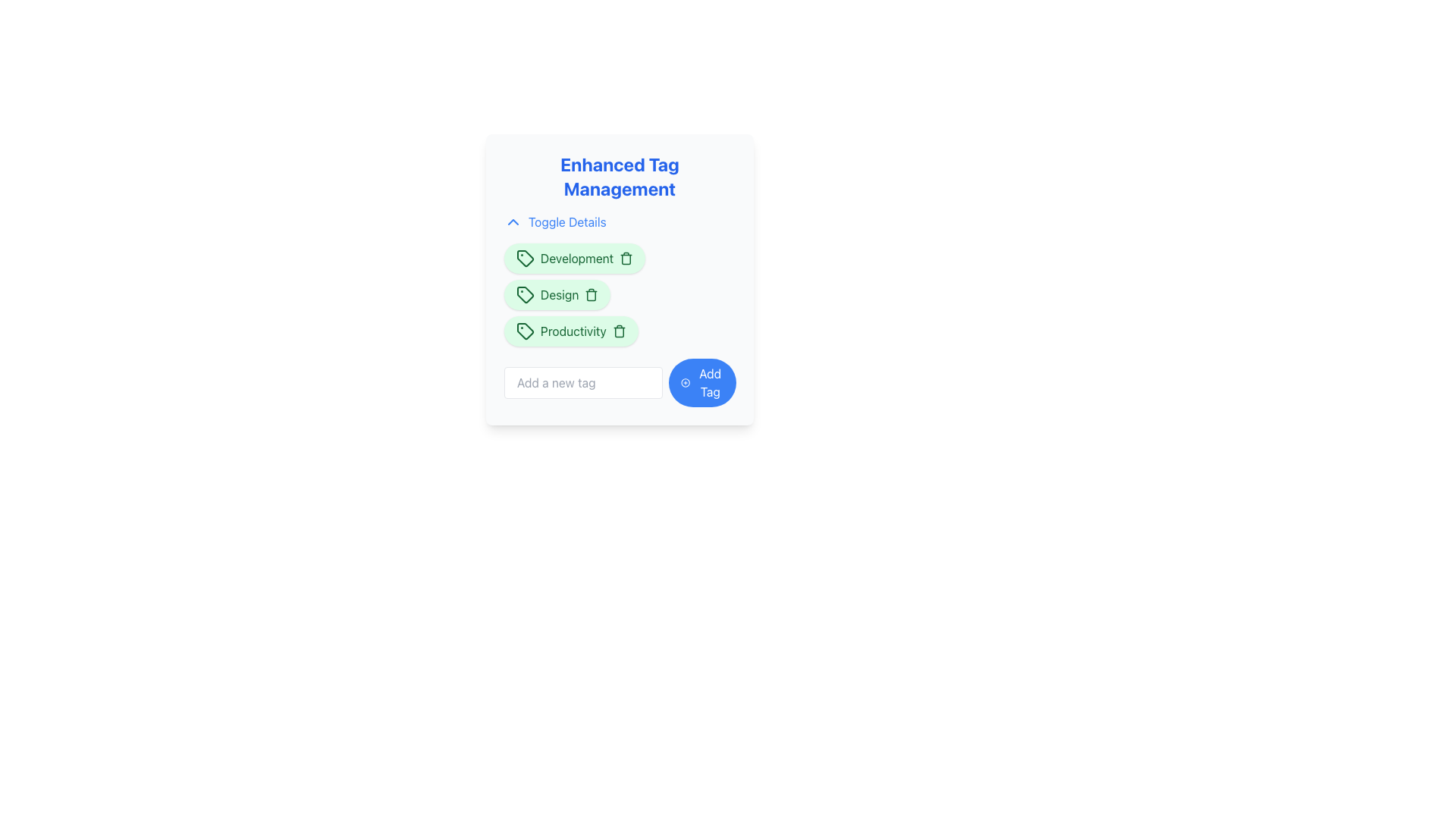 This screenshot has height=819, width=1456. What do you see at coordinates (525, 295) in the screenshot?
I see `green tag icon located to the left of the text 'Design' in the 'Enhanced Tag Management' section` at bounding box center [525, 295].